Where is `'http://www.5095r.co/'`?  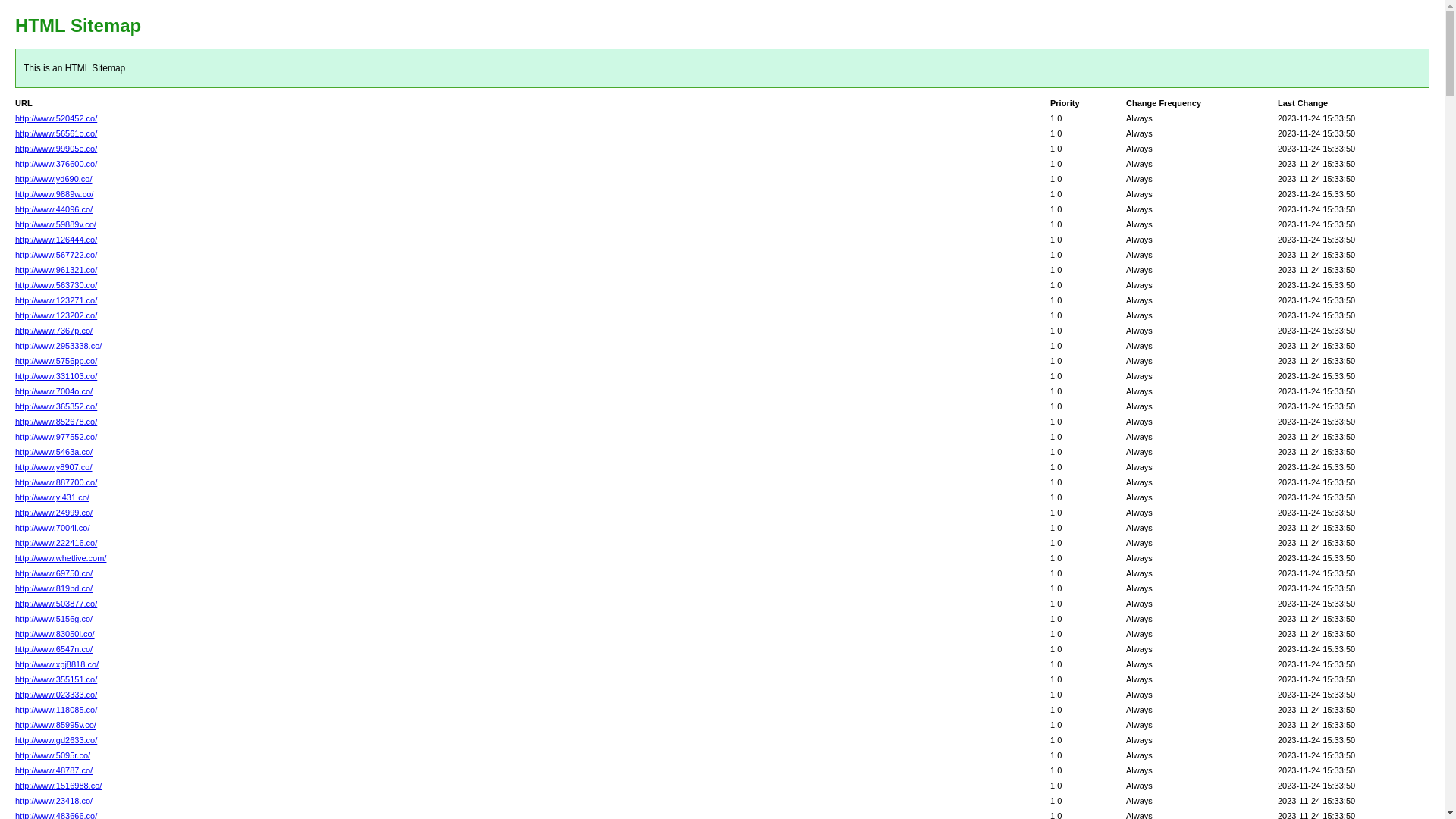
'http://www.5095r.co/' is located at coordinates (52, 755).